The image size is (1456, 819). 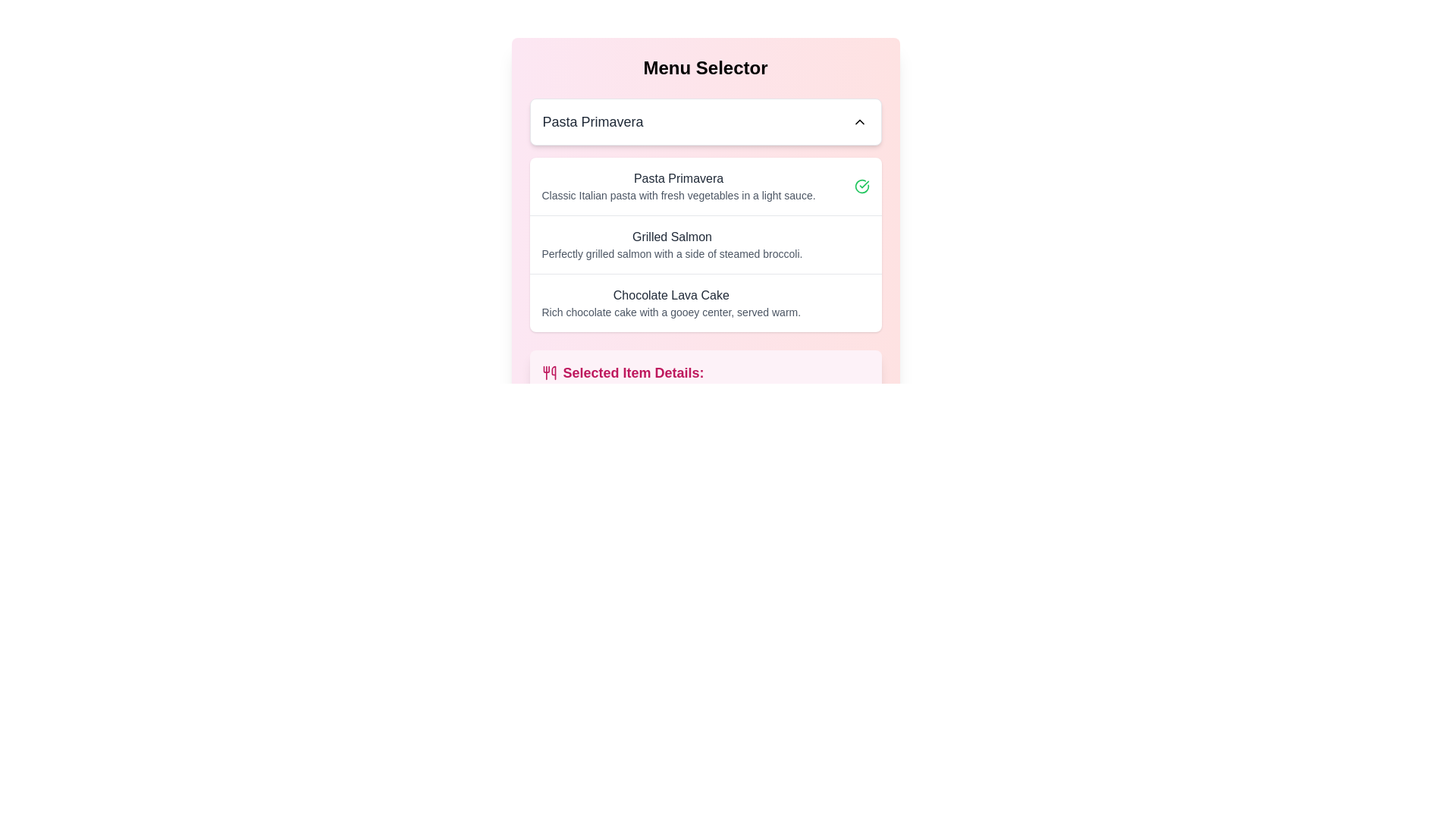 What do you see at coordinates (678, 195) in the screenshot?
I see `the descriptive text element for the 'Pasta Primavera' menu item located below its heading to interact with it` at bounding box center [678, 195].